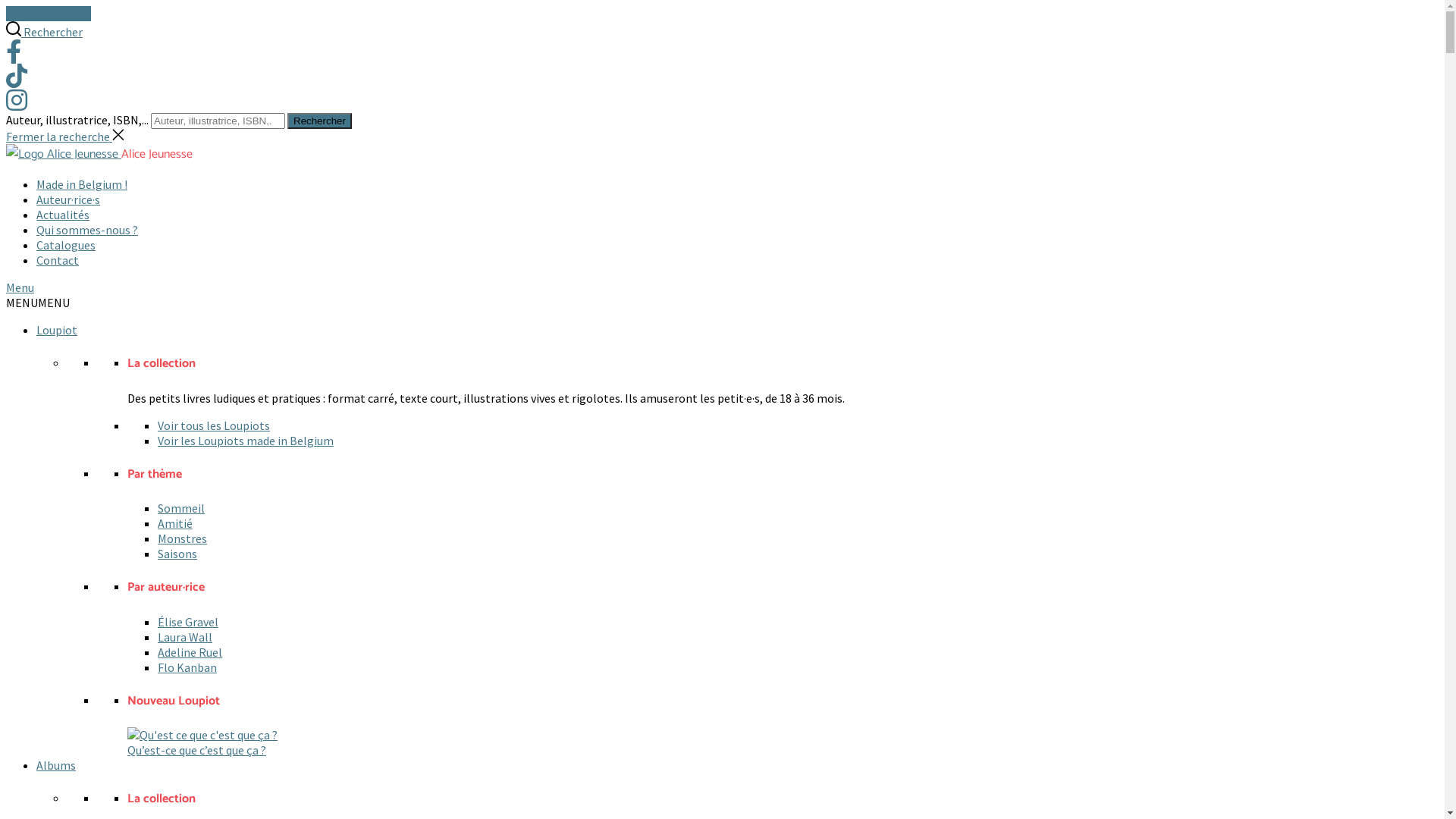 The image size is (1456, 819). Describe the element at coordinates (48, 14) in the screenshot. I see `'Aller au contenu'` at that location.